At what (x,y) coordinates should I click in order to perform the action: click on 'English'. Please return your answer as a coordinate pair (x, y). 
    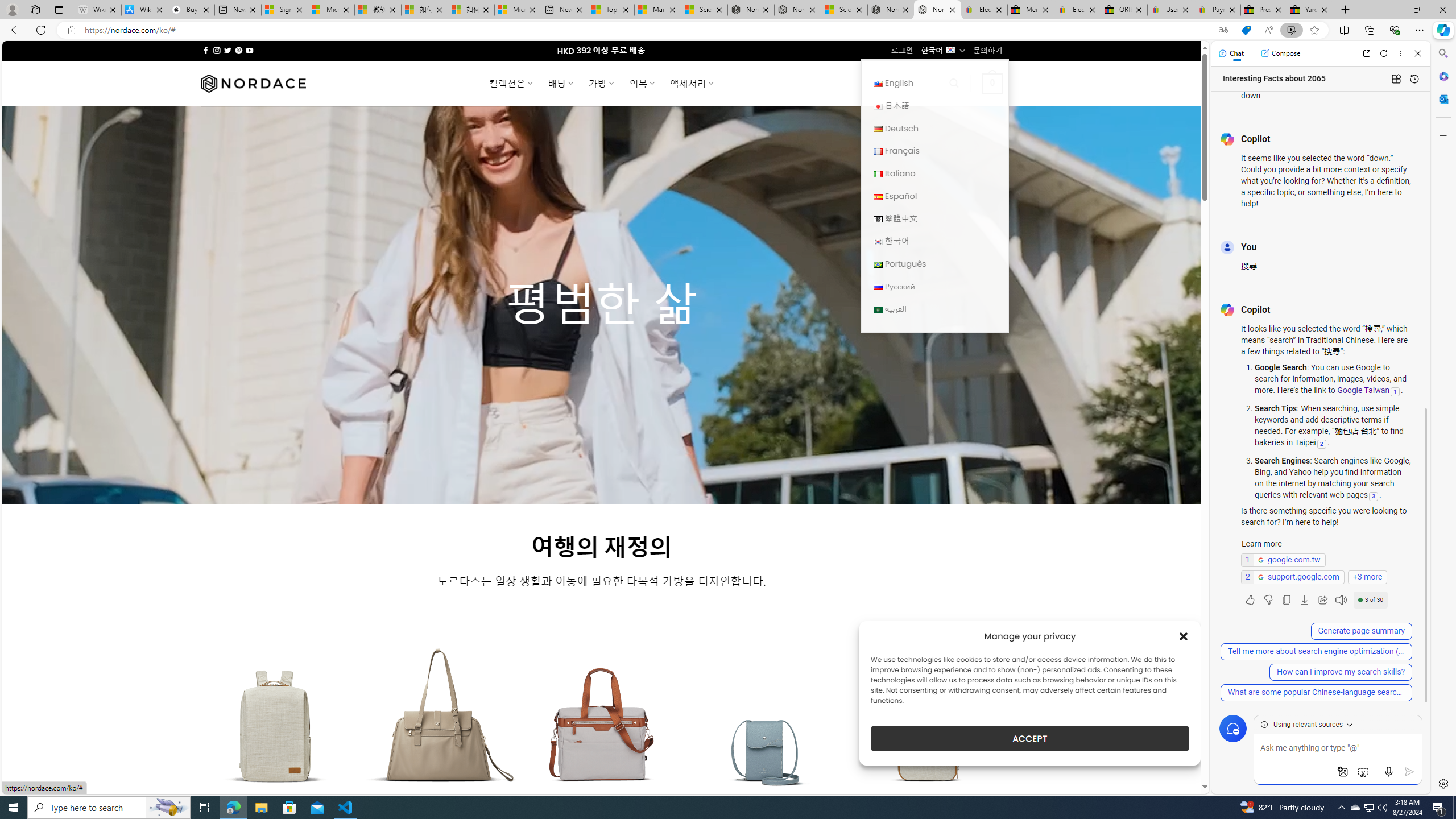
    Looking at the image, I should click on (877, 83).